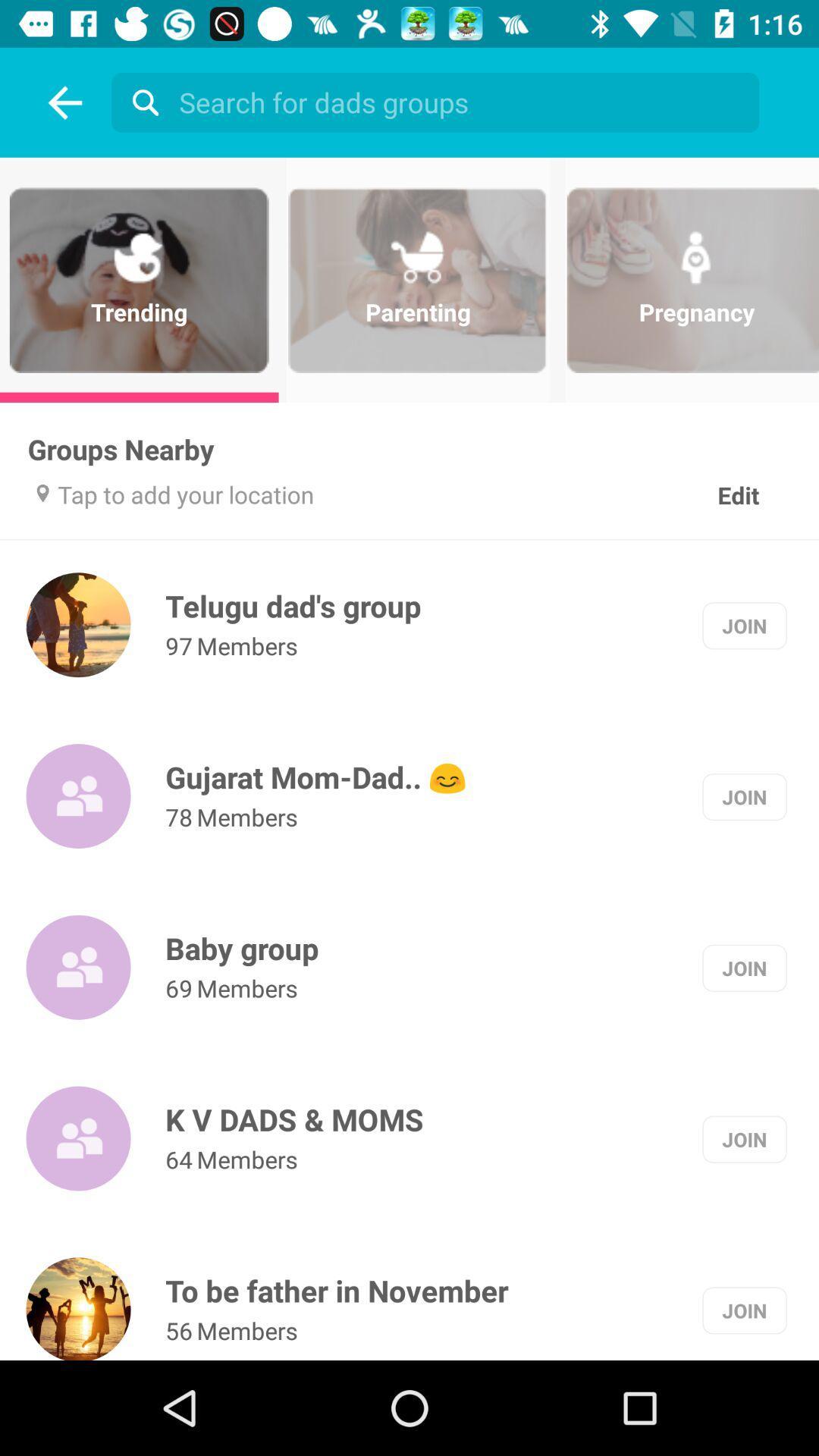 The image size is (819, 1456). I want to click on search terms, so click(439, 101).